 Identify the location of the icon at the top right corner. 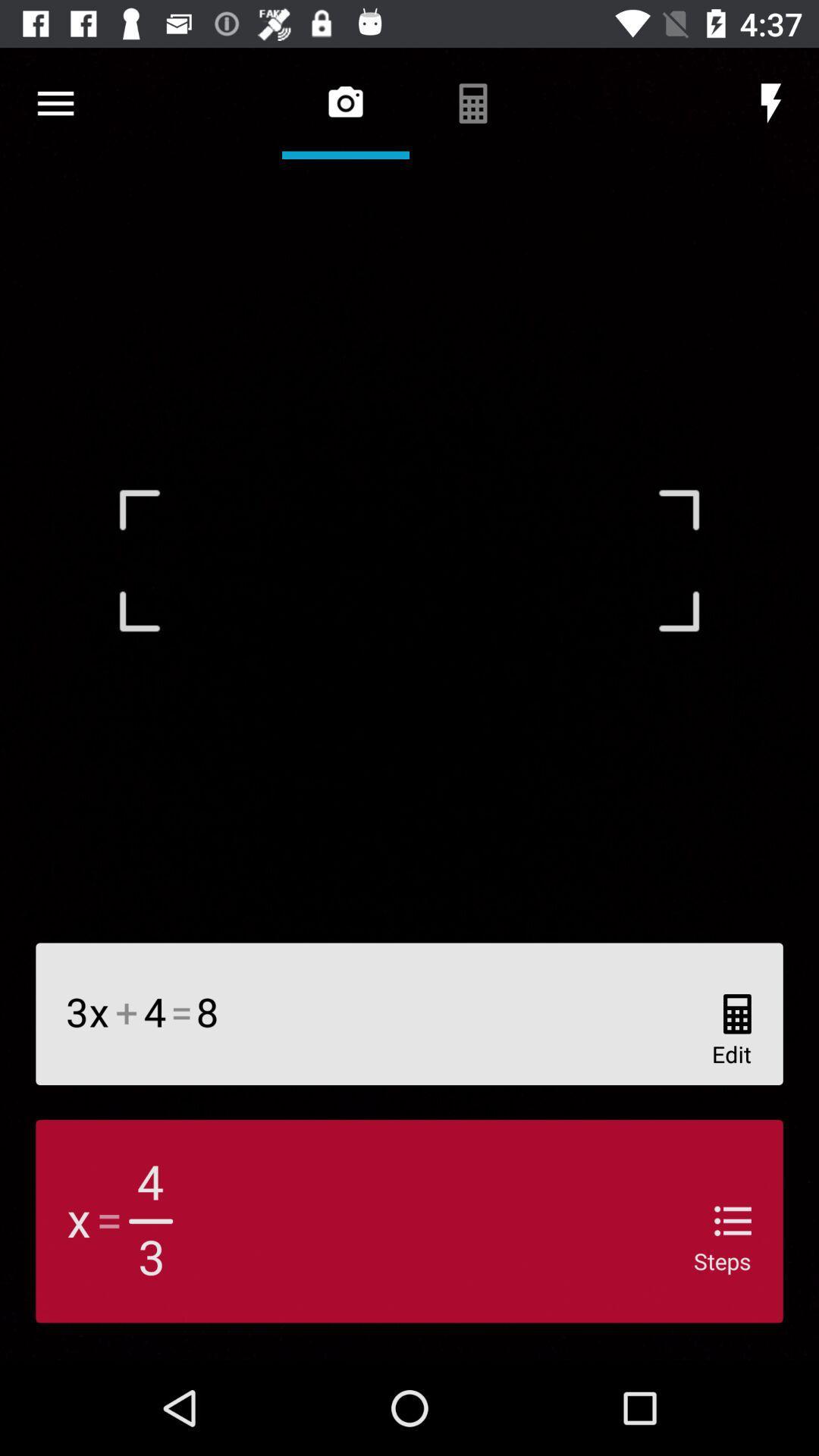
(771, 102).